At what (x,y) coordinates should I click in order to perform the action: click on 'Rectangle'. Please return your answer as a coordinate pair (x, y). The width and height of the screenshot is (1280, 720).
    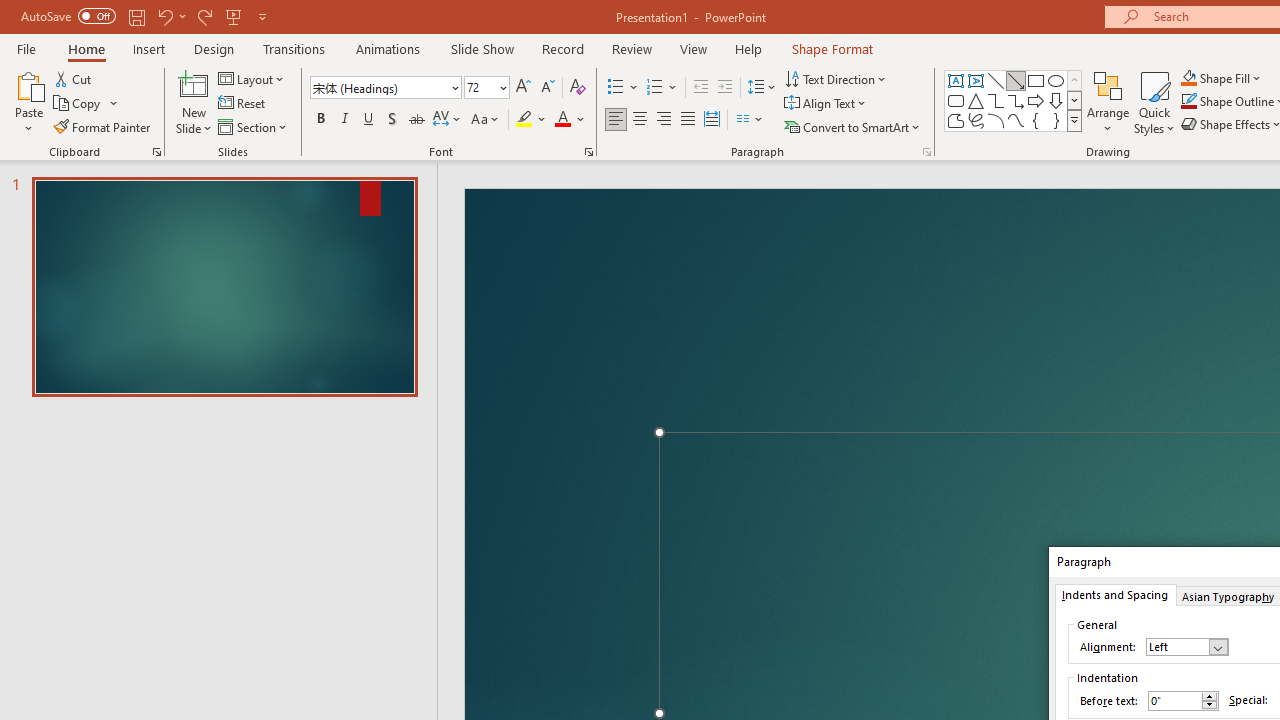
    Looking at the image, I should click on (1036, 80).